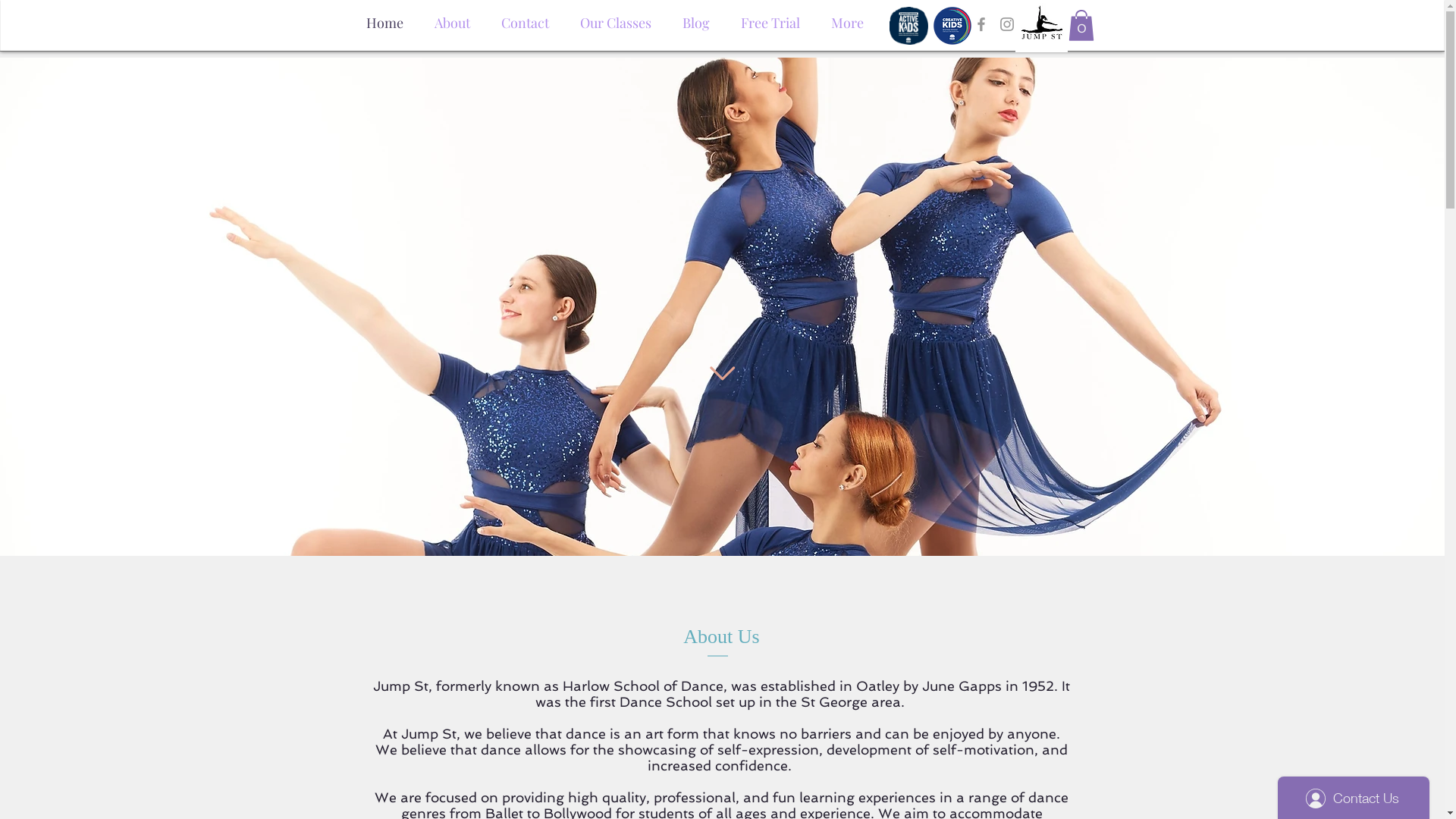  I want to click on 'Contact', so click(524, 18).